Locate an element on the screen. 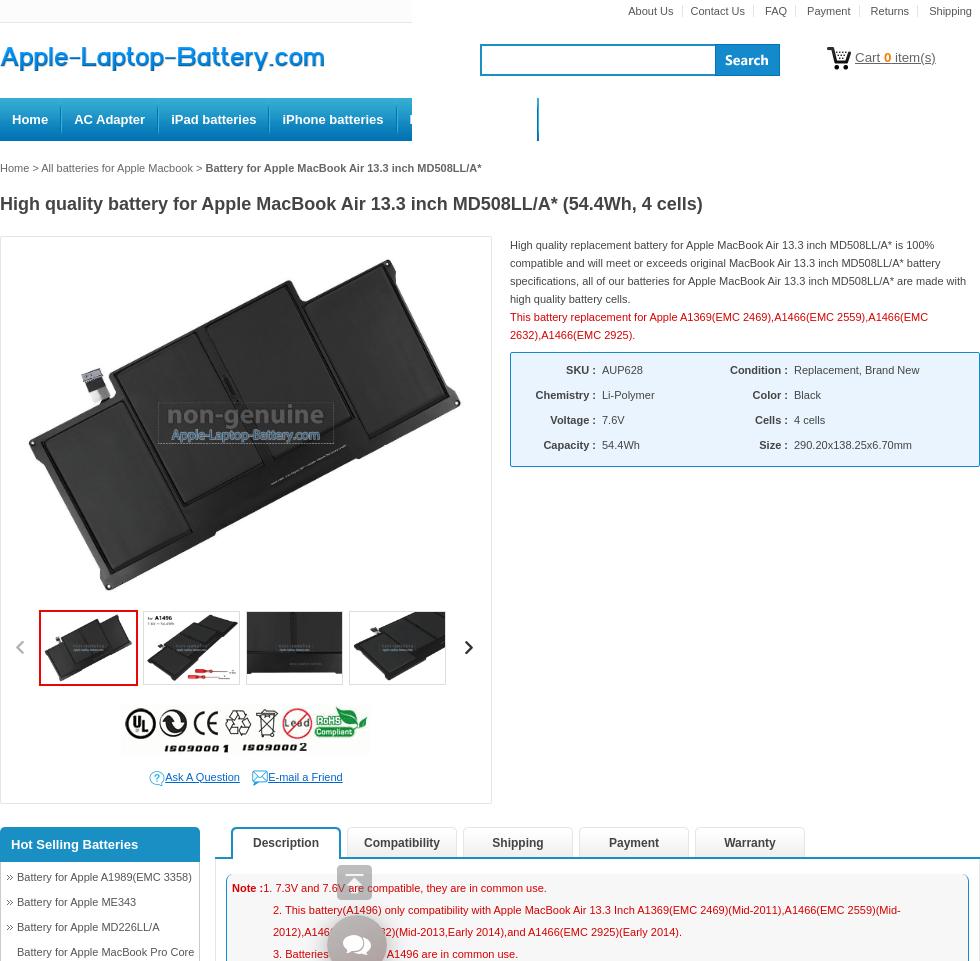 The height and width of the screenshot is (961, 980). '1. 7.3V and 7.6V are compatible, they are in common use.' is located at coordinates (404, 886).